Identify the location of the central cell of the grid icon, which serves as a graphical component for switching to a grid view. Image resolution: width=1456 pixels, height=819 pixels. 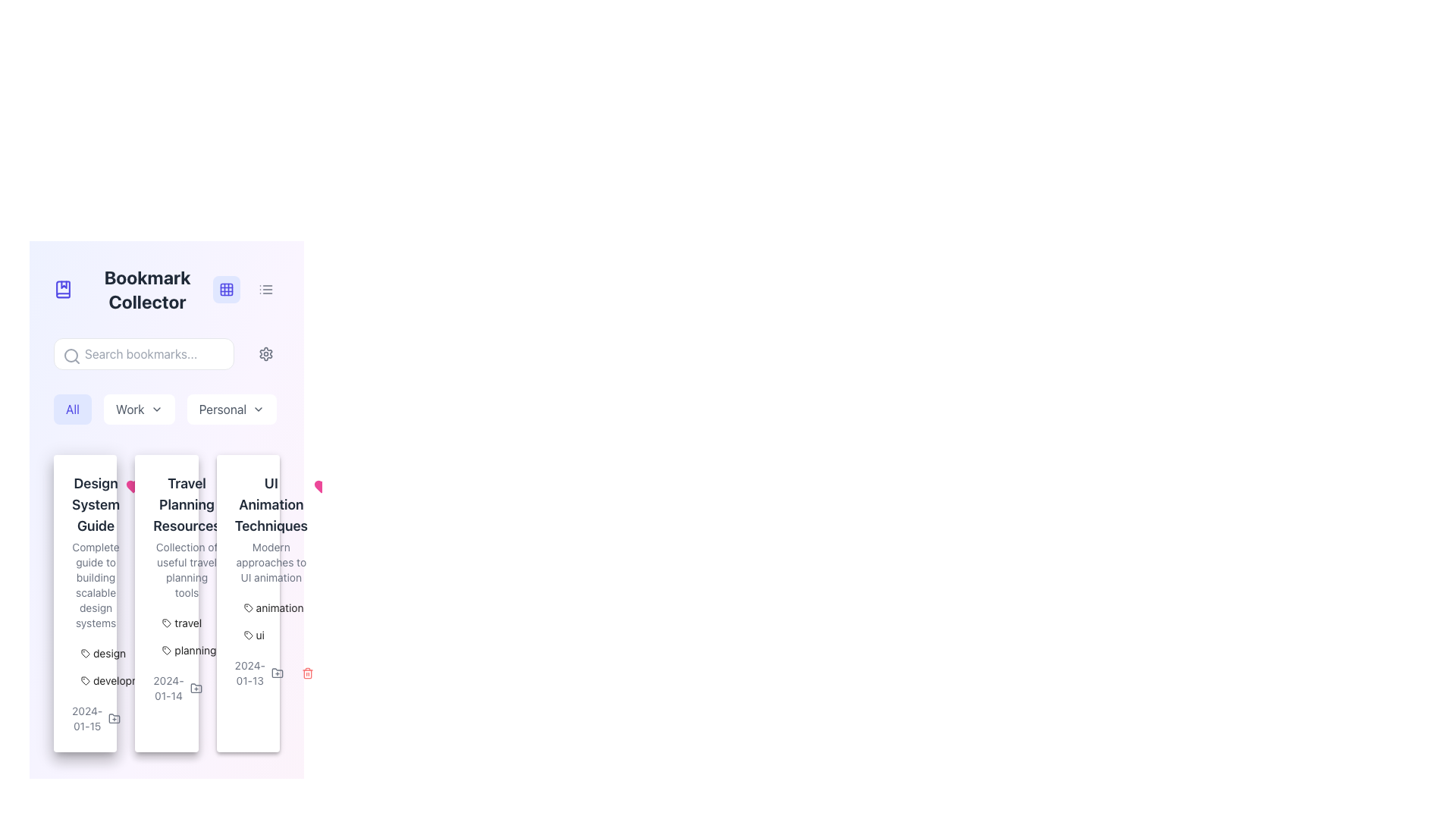
(225, 289).